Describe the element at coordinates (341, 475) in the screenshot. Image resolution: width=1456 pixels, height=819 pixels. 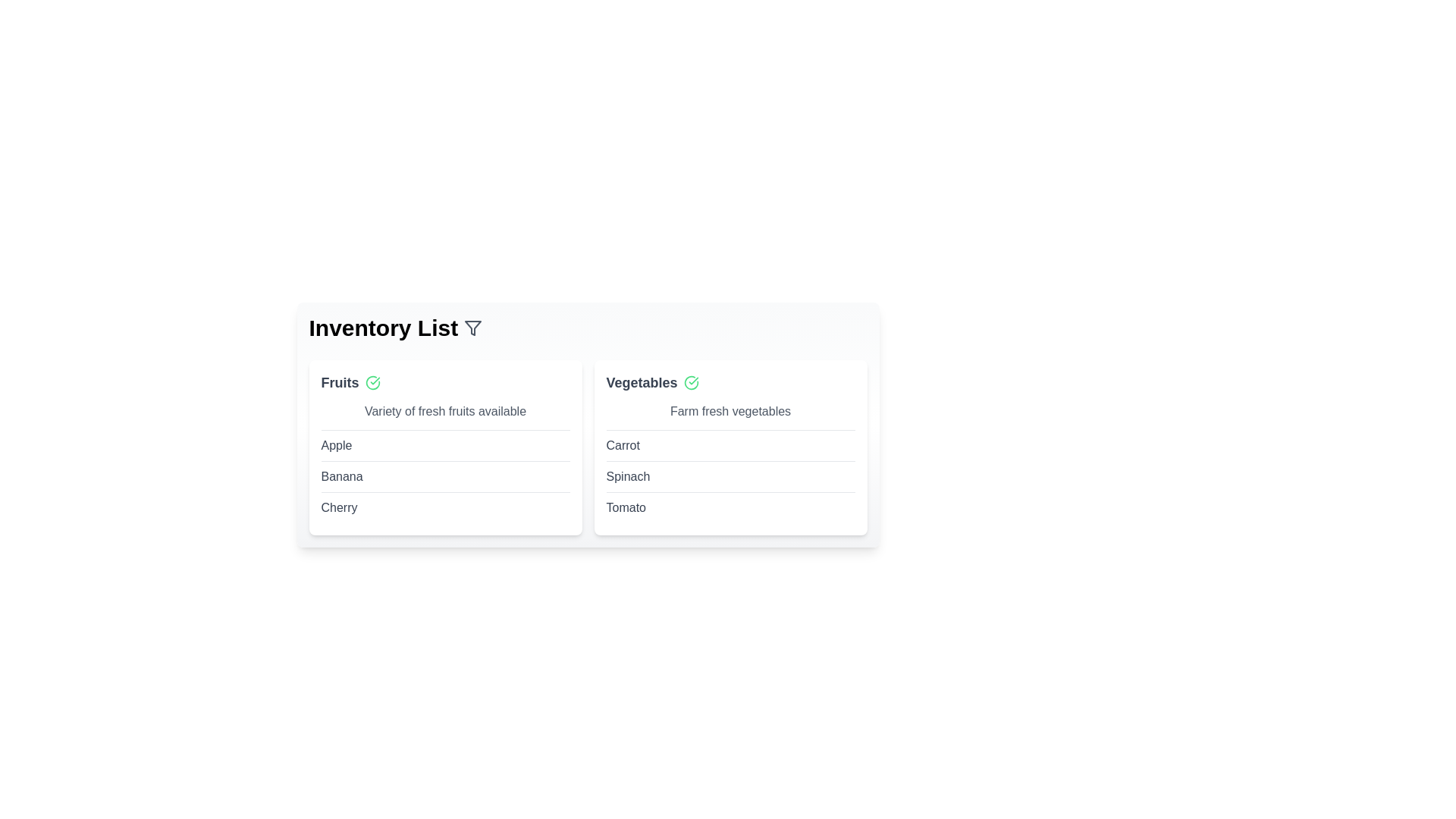
I see `the item Banana in the inventory` at that location.